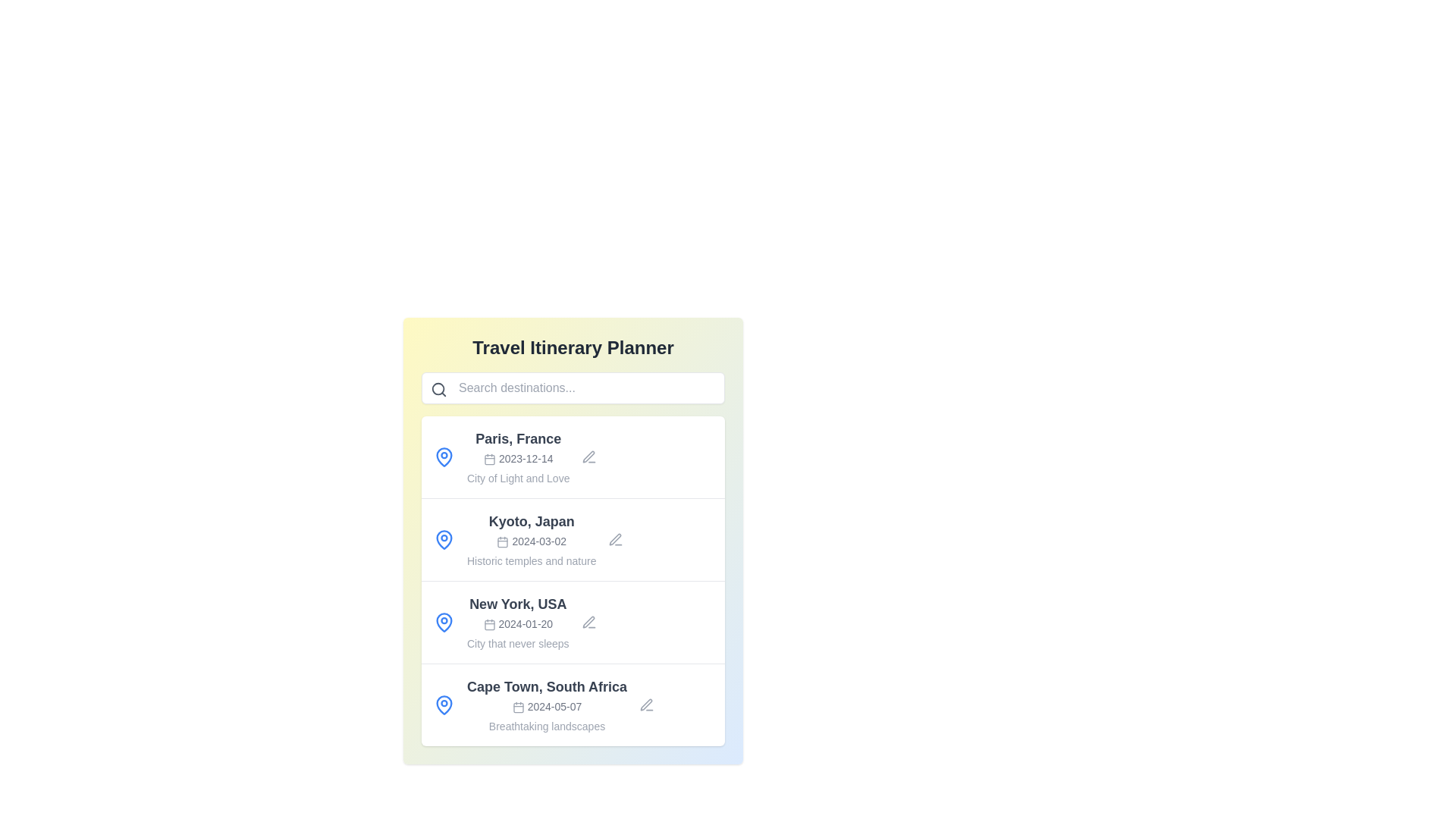 This screenshot has width=1456, height=819. Describe the element at coordinates (438, 388) in the screenshot. I see `the magnifying glass icon located in the top left corner of the interface` at that location.